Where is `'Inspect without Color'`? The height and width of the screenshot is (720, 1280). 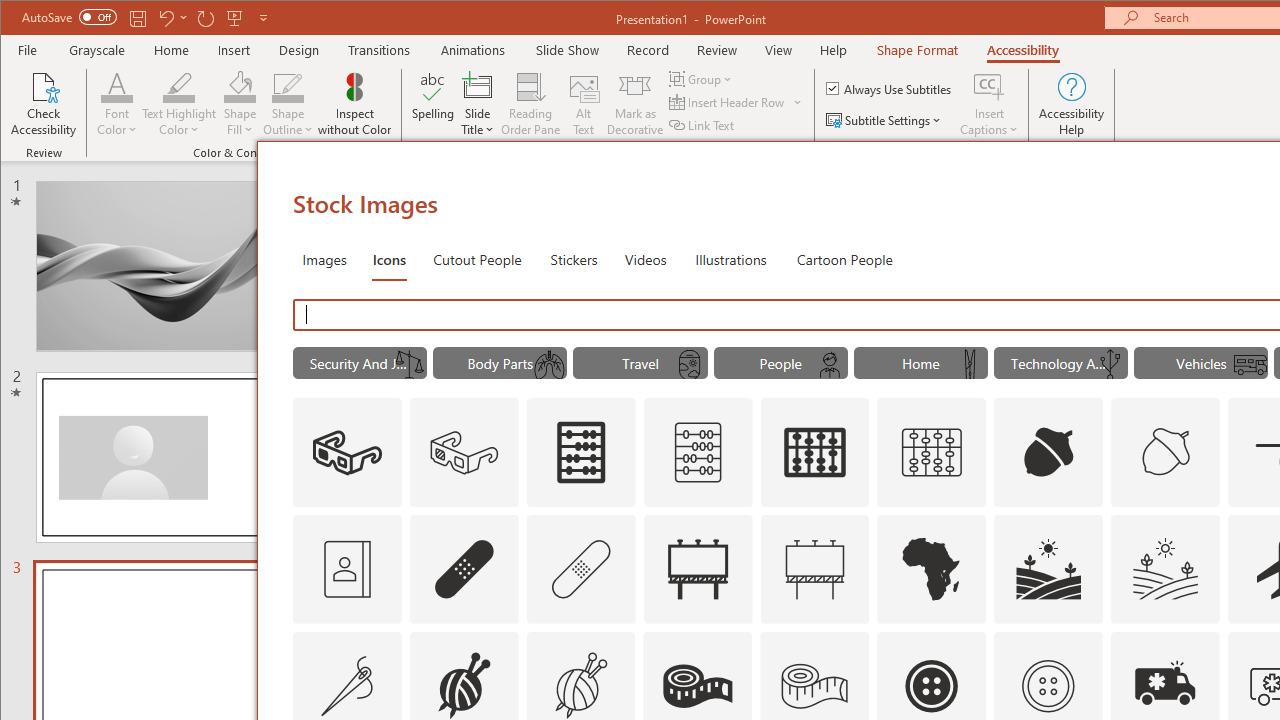 'Inspect without Color' is located at coordinates (355, 104).